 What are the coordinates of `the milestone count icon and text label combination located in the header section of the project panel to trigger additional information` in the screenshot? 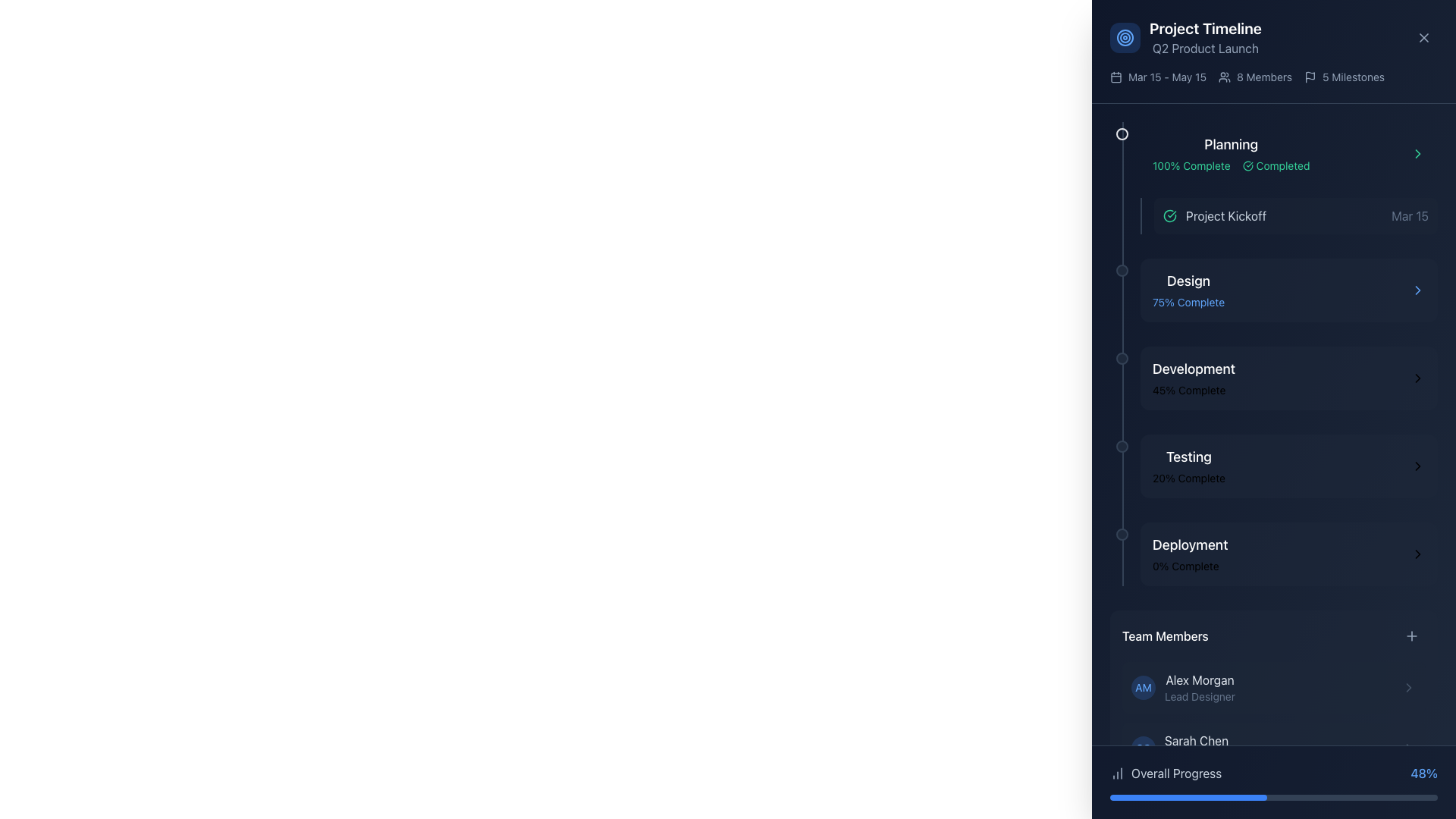 It's located at (1345, 77).